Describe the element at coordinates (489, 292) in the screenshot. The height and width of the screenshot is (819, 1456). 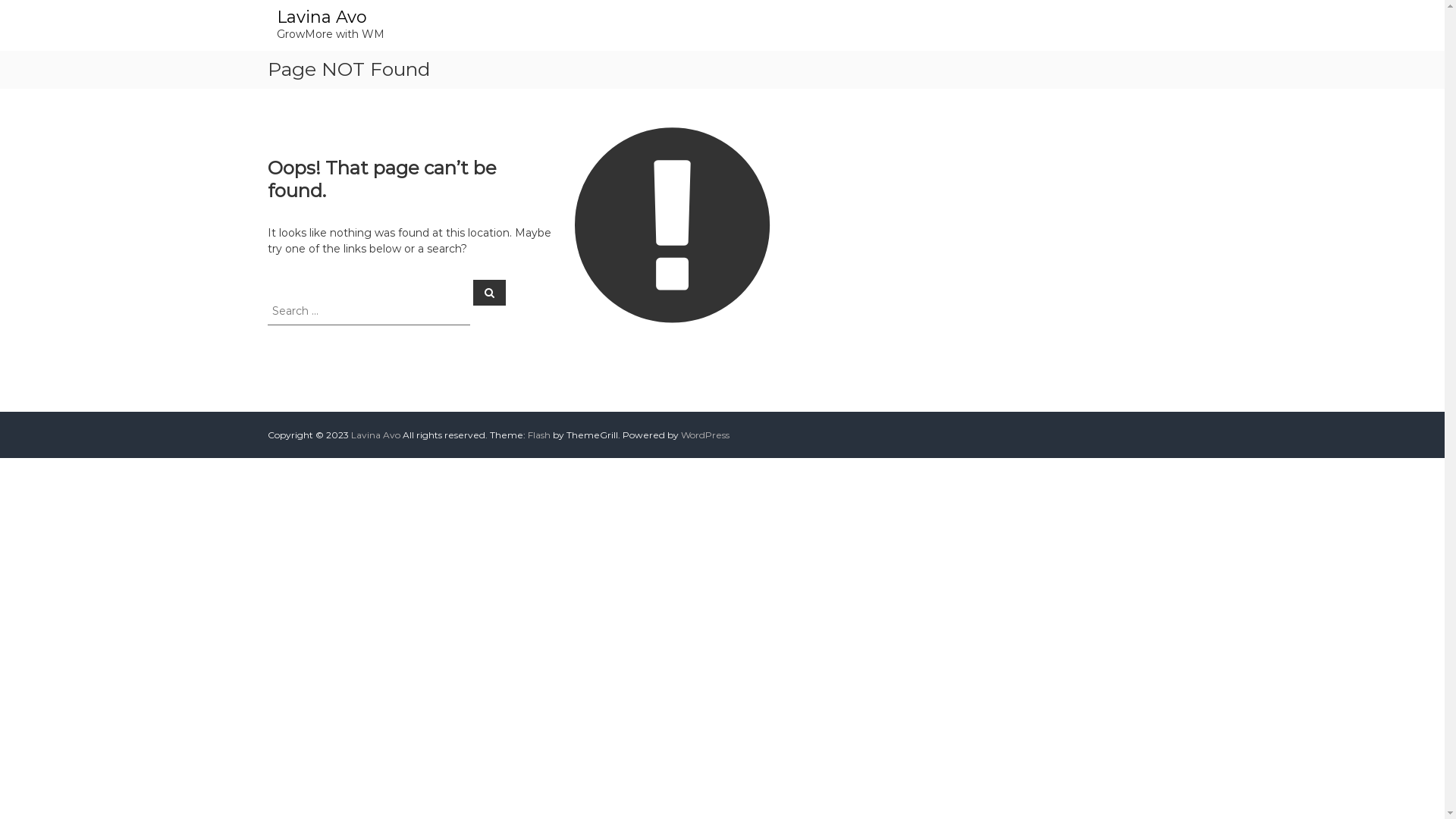
I see `'Search'` at that location.